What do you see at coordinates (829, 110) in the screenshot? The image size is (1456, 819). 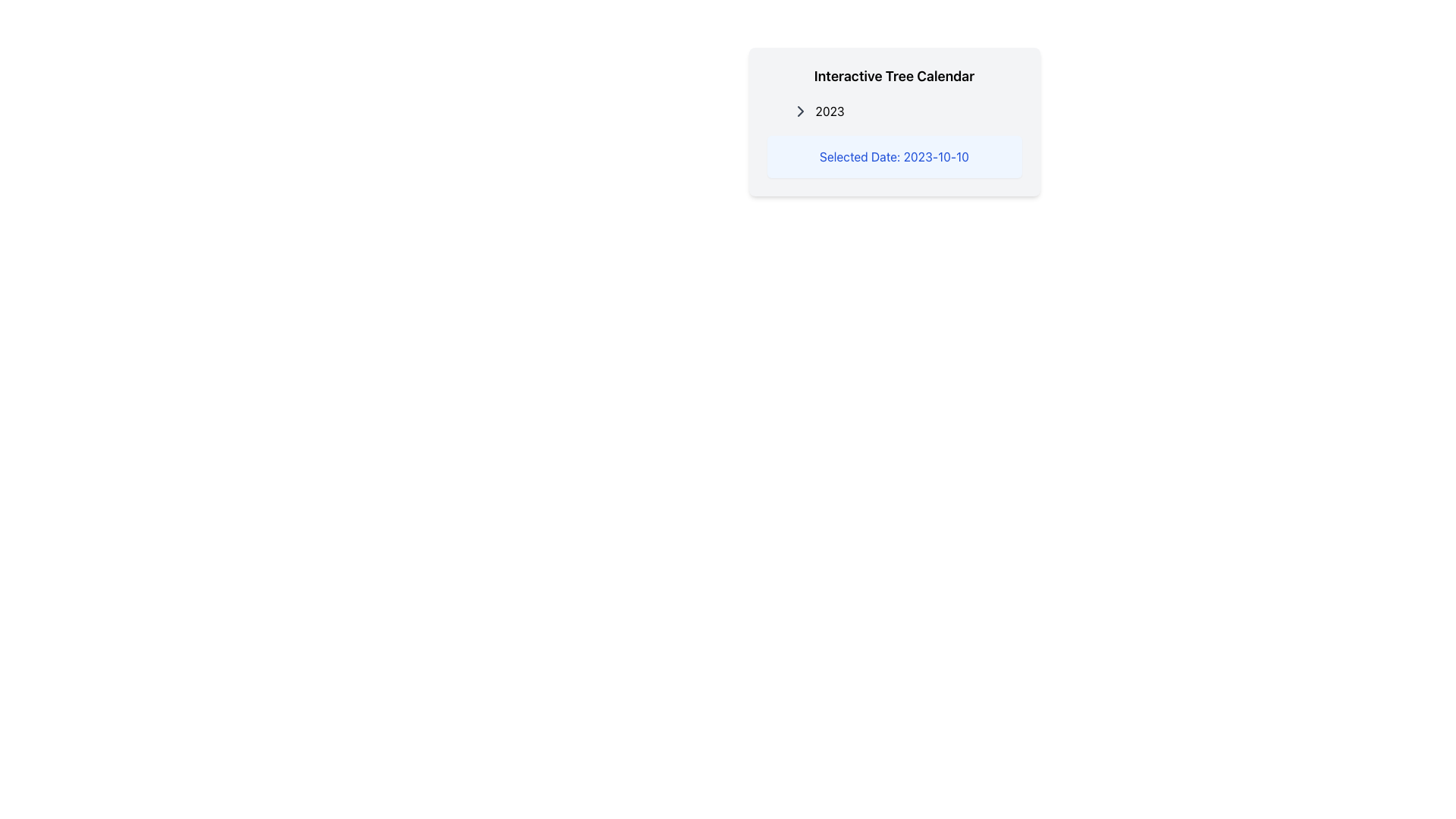 I see `the selectable year label for 2023 located in the upper section of the 'Interactive Tree Calendar' interface` at bounding box center [829, 110].